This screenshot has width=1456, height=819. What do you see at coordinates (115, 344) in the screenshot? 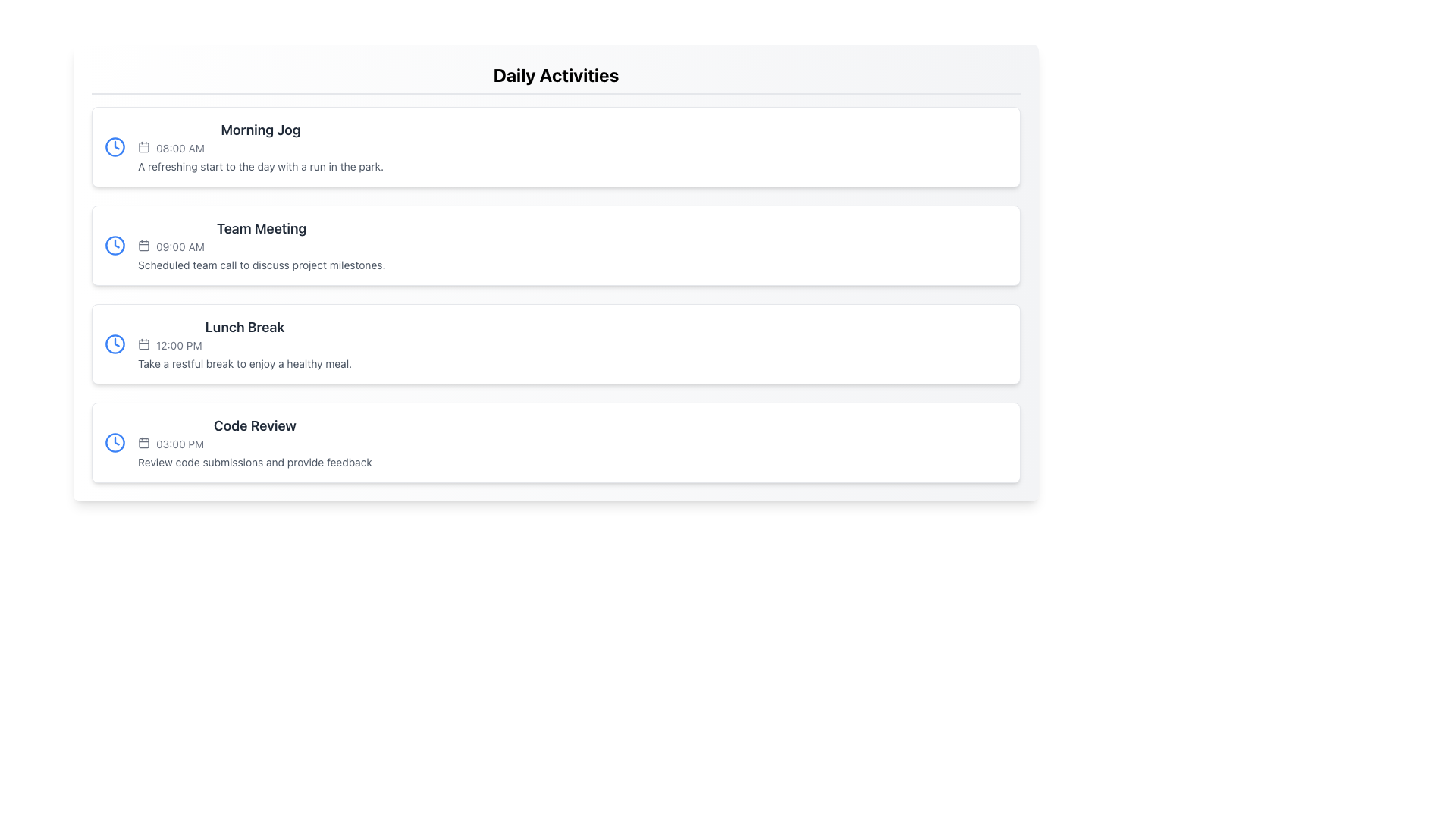
I see `the graphical icon indicating the concept of time located in the 'Lunch Break' section, positioned to the left of the 'Lunch Break' text` at bounding box center [115, 344].